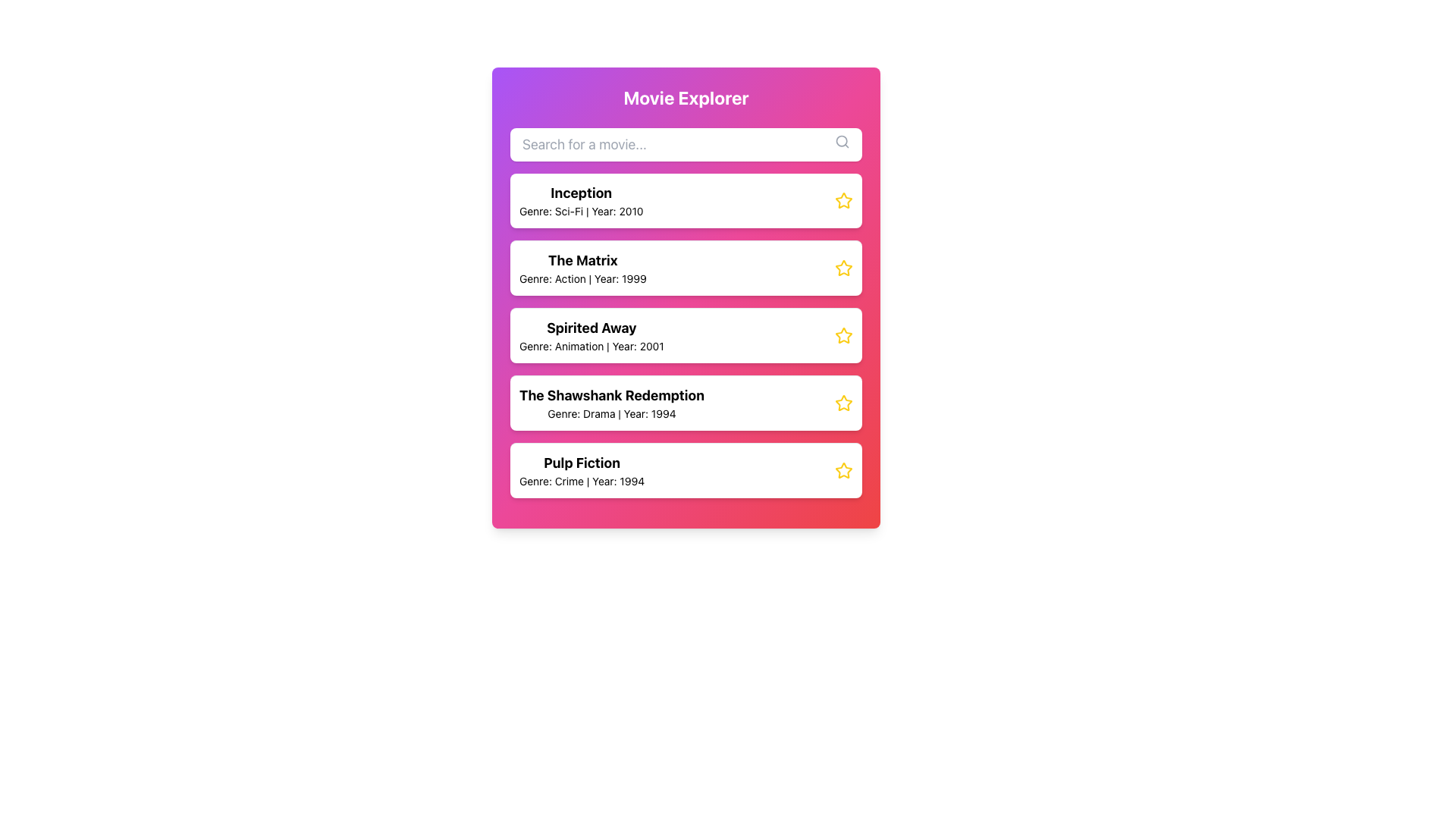  I want to click on the Star Icon located to the right of the text 'The Shawshank Redemption' for additional information, so click(843, 403).